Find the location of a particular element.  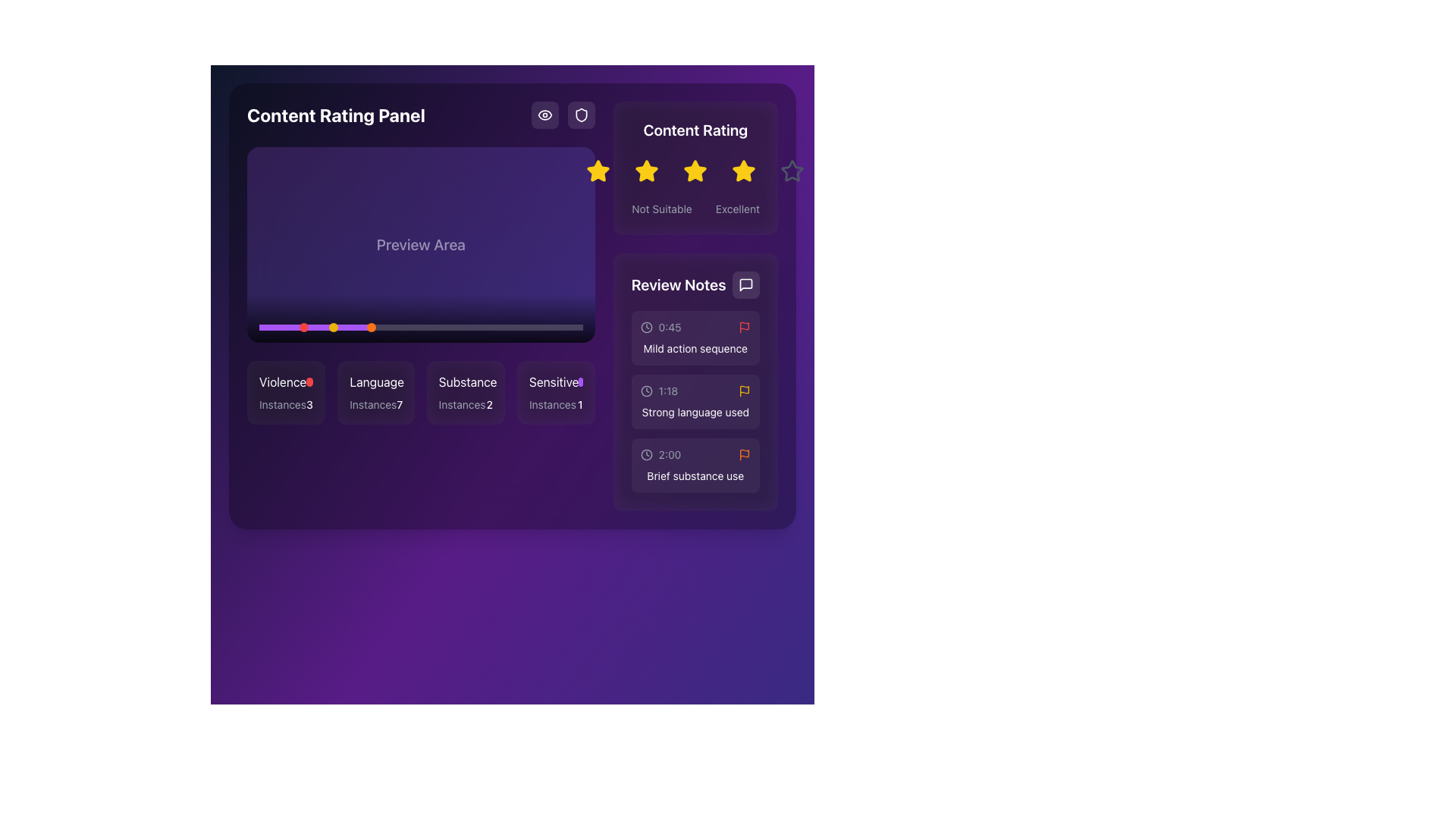

the Text Label displaying 'Brief substance use' in white on a dark purple background, located at the bottom of the 'Review Notes' section is located at coordinates (695, 475).